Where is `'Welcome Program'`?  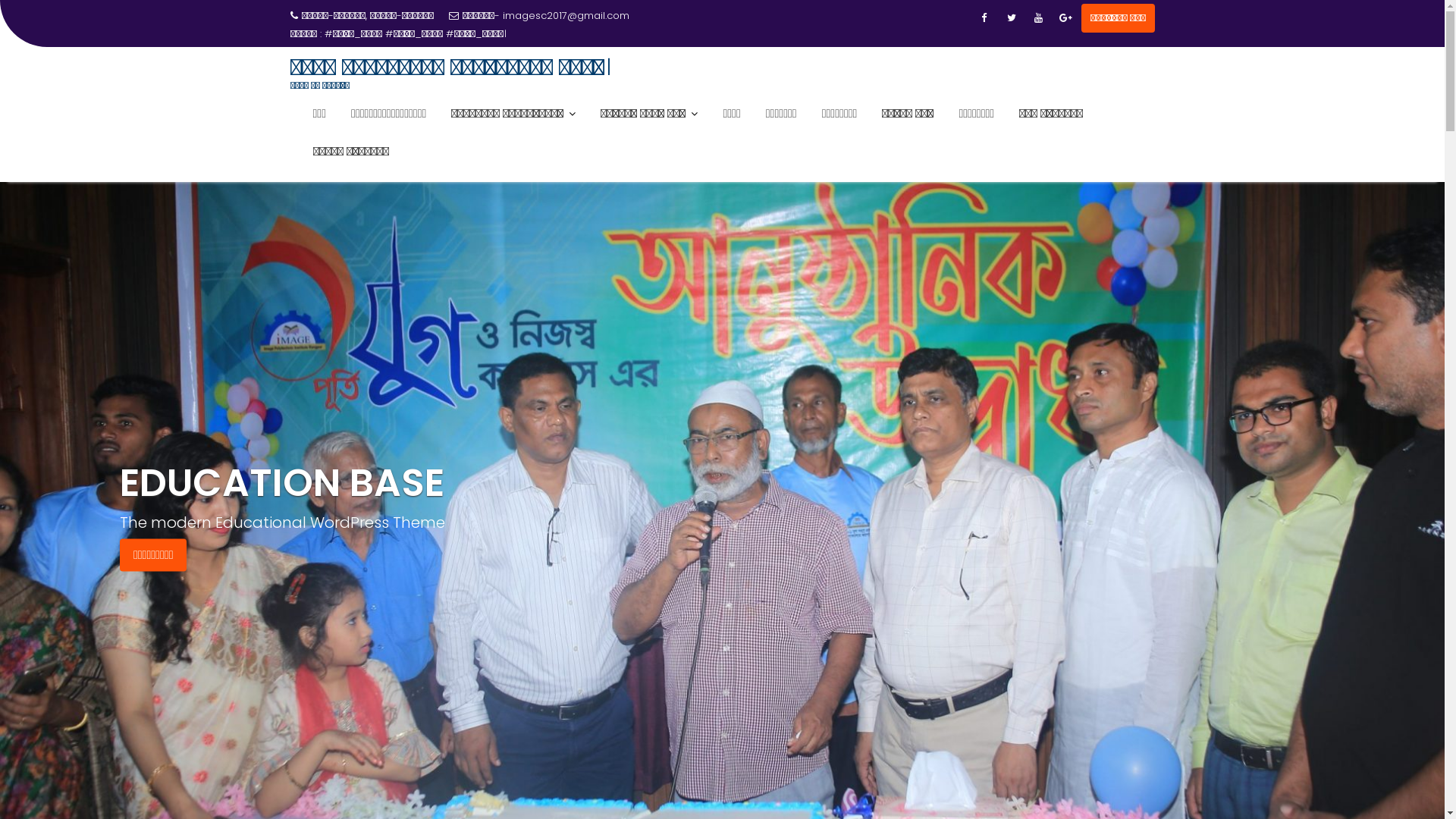 'Welcome Program' is located at coordinates (371, 34).